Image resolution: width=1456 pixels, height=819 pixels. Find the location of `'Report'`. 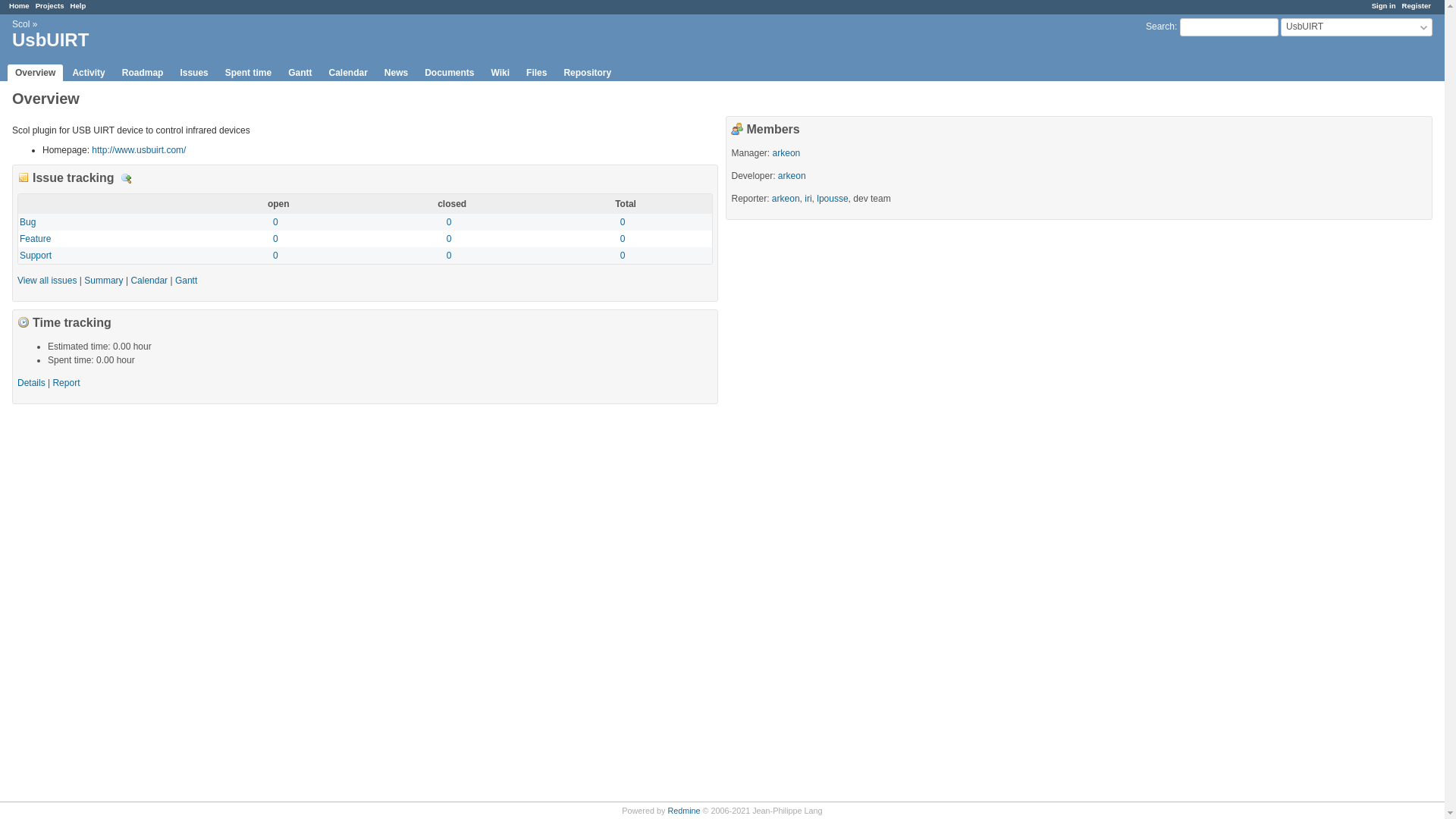

'Report' is located at coordinates (64, 382).